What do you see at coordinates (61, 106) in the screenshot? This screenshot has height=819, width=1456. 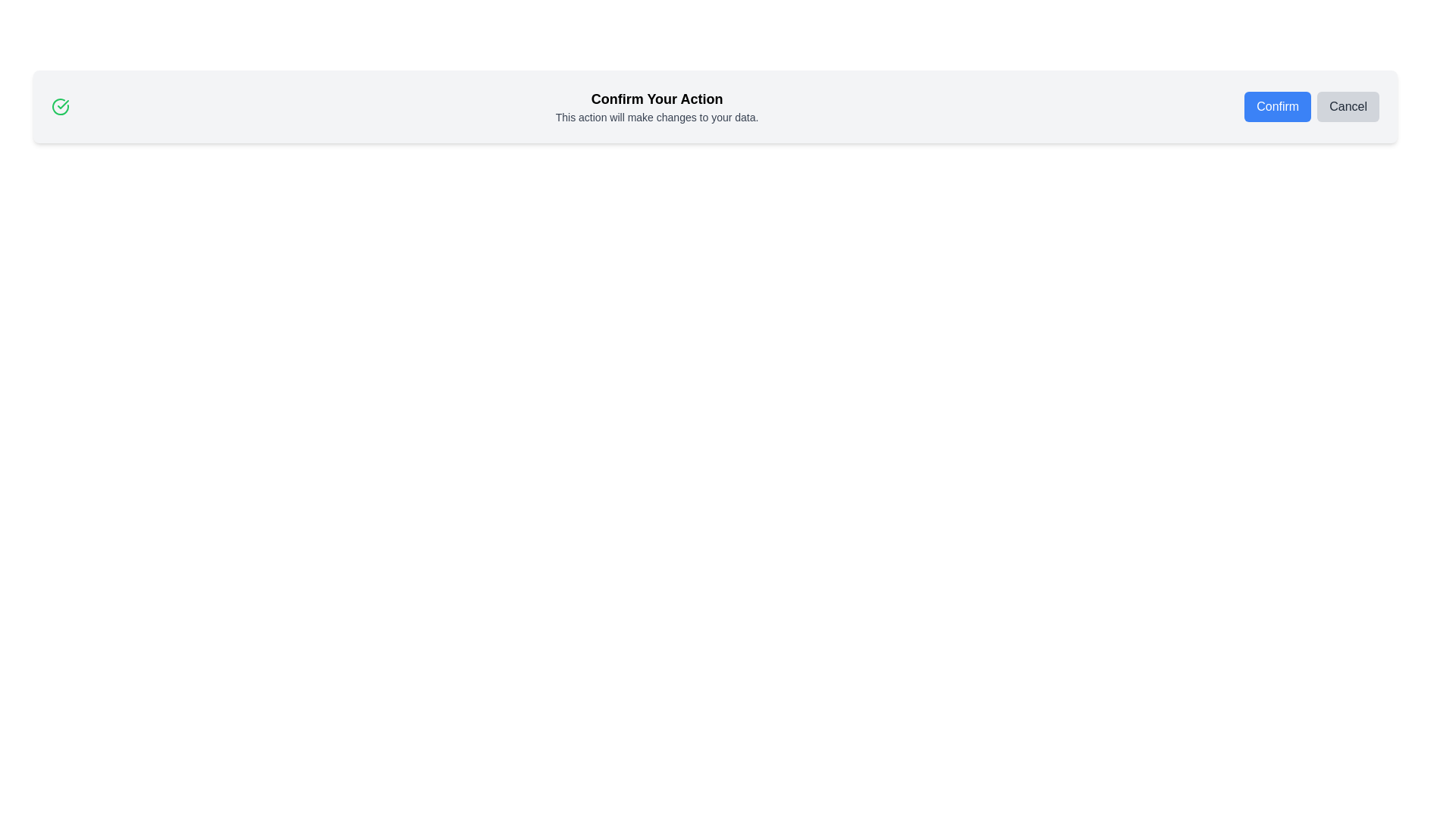 I see `the icon located on the left side of the confirmation message titled 'Confirm Your Action', which serves as a visual indicator of a successful or completed action` at bounding box center [61, 106].